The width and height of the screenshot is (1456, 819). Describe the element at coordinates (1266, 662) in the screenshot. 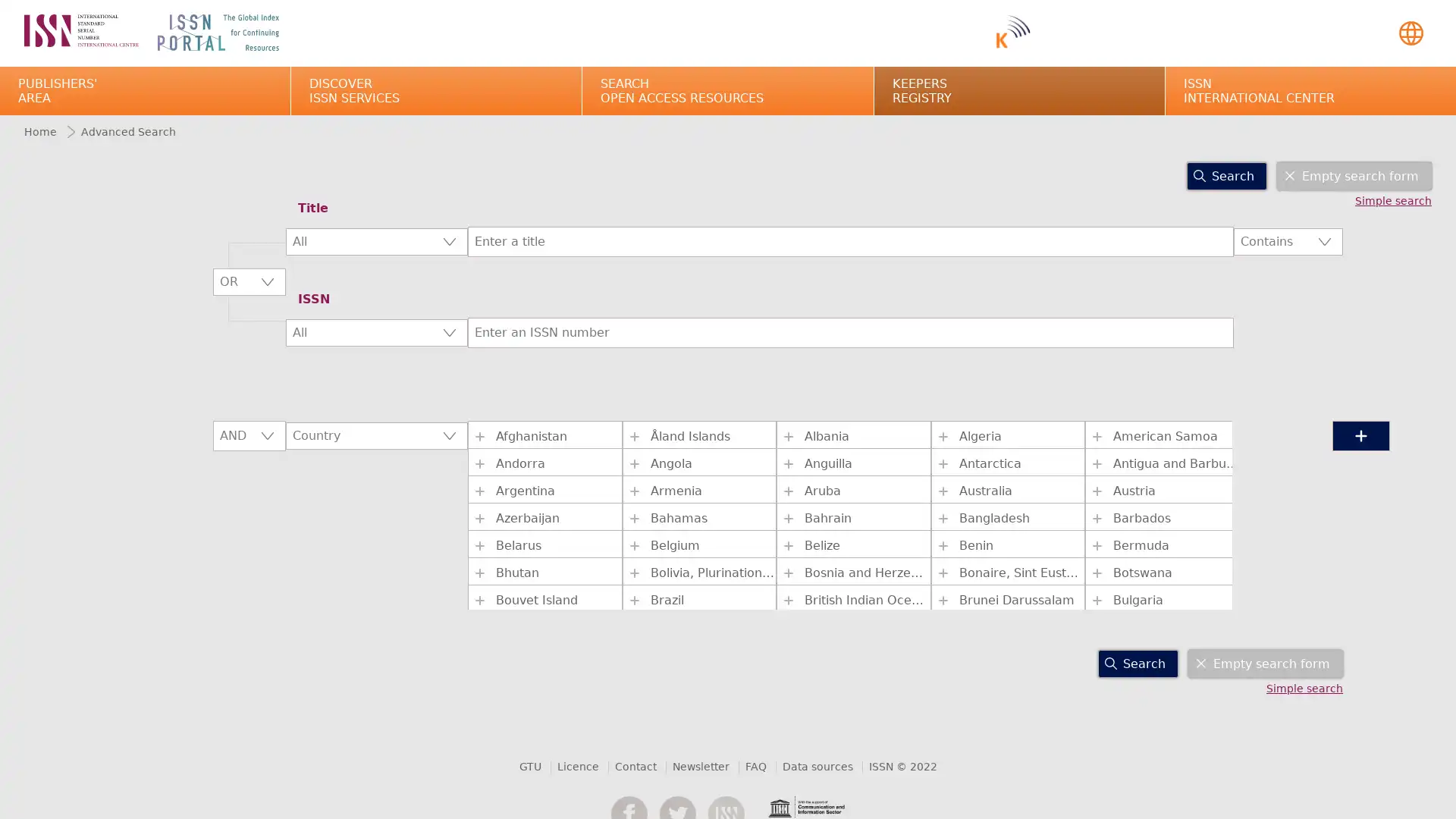

I see `Empty search form` at that location.